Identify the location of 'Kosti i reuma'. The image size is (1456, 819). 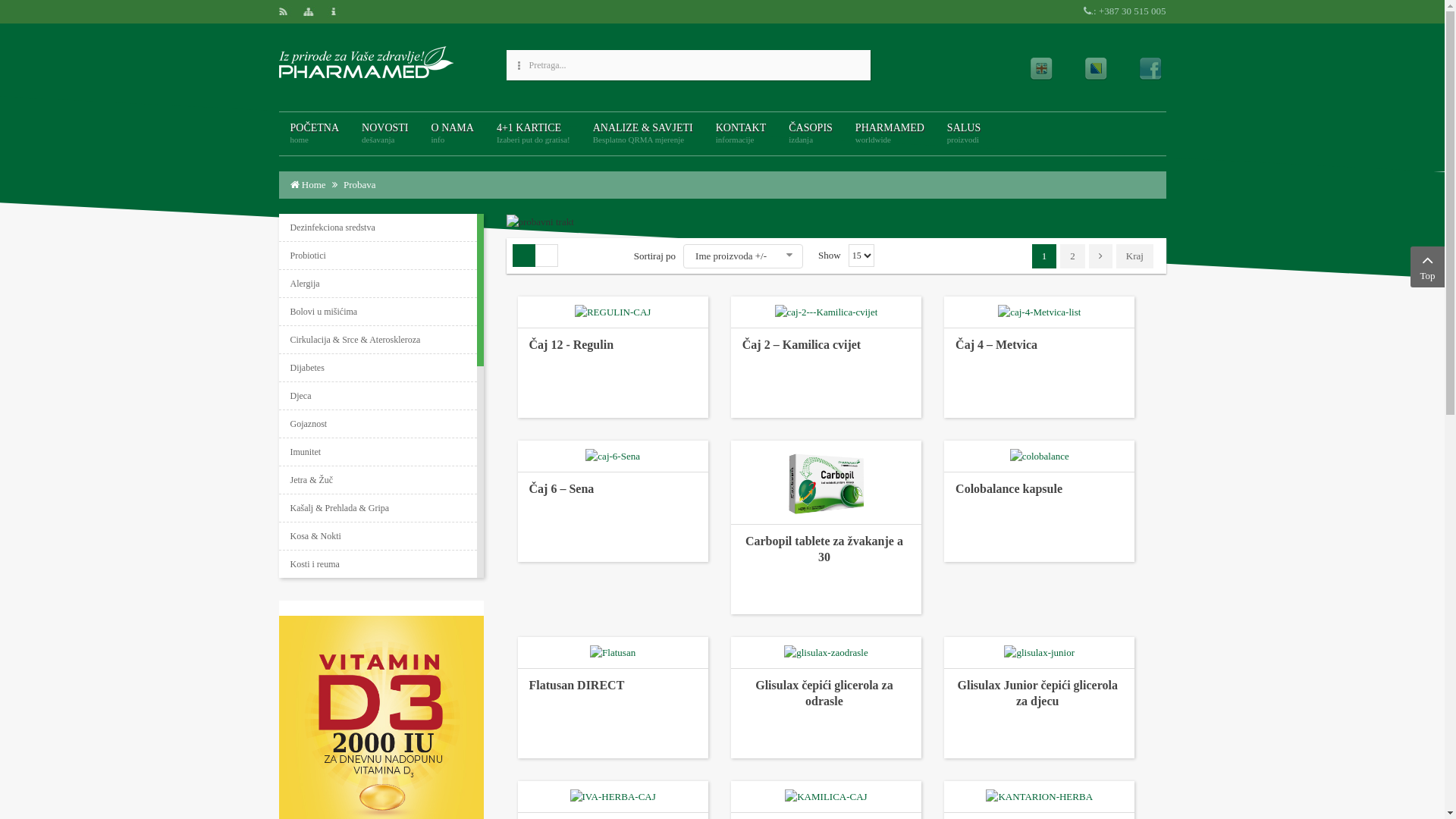
(378, 564).